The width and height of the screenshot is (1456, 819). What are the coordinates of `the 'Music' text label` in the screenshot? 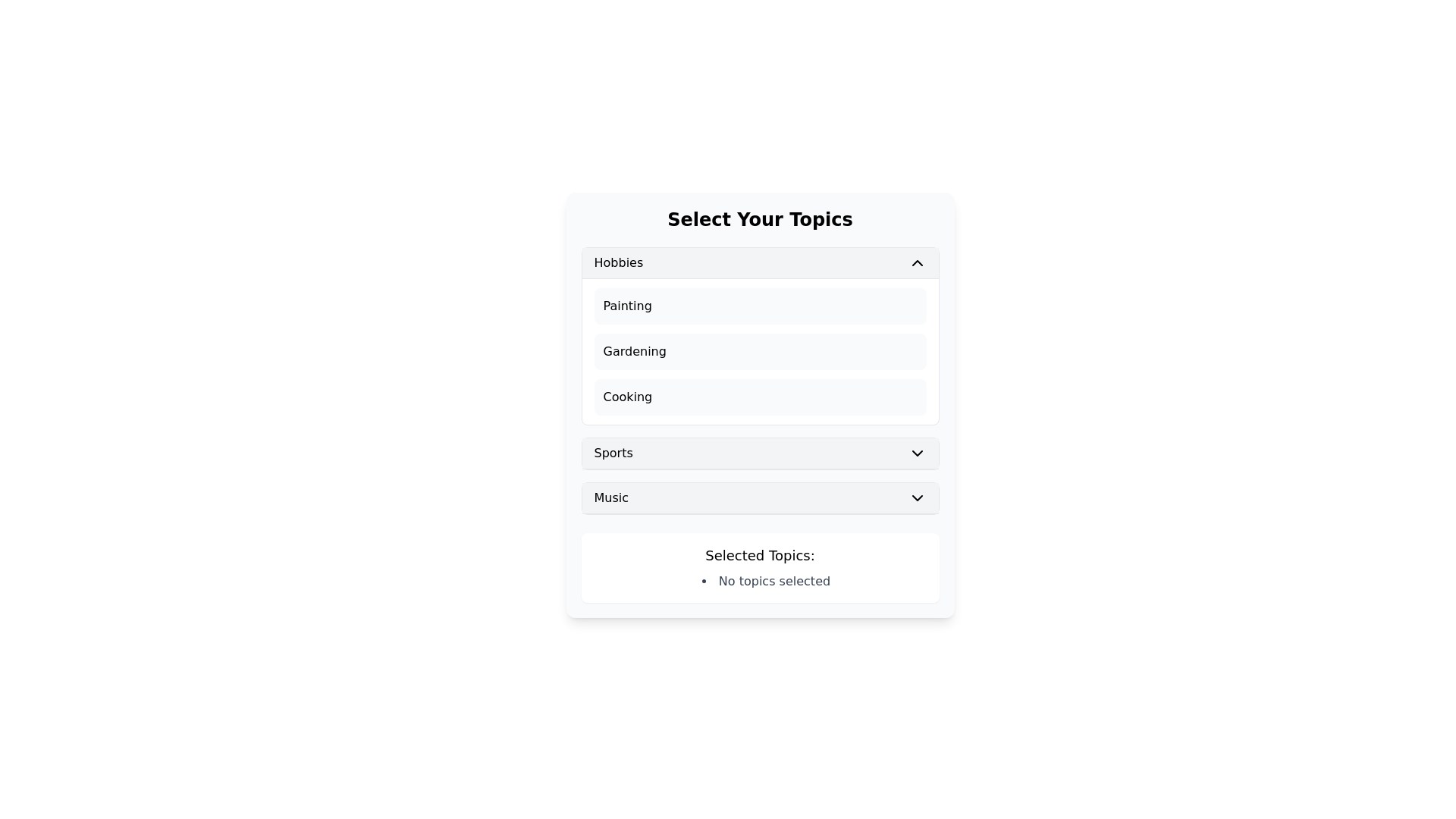 It's located at (611, 497).